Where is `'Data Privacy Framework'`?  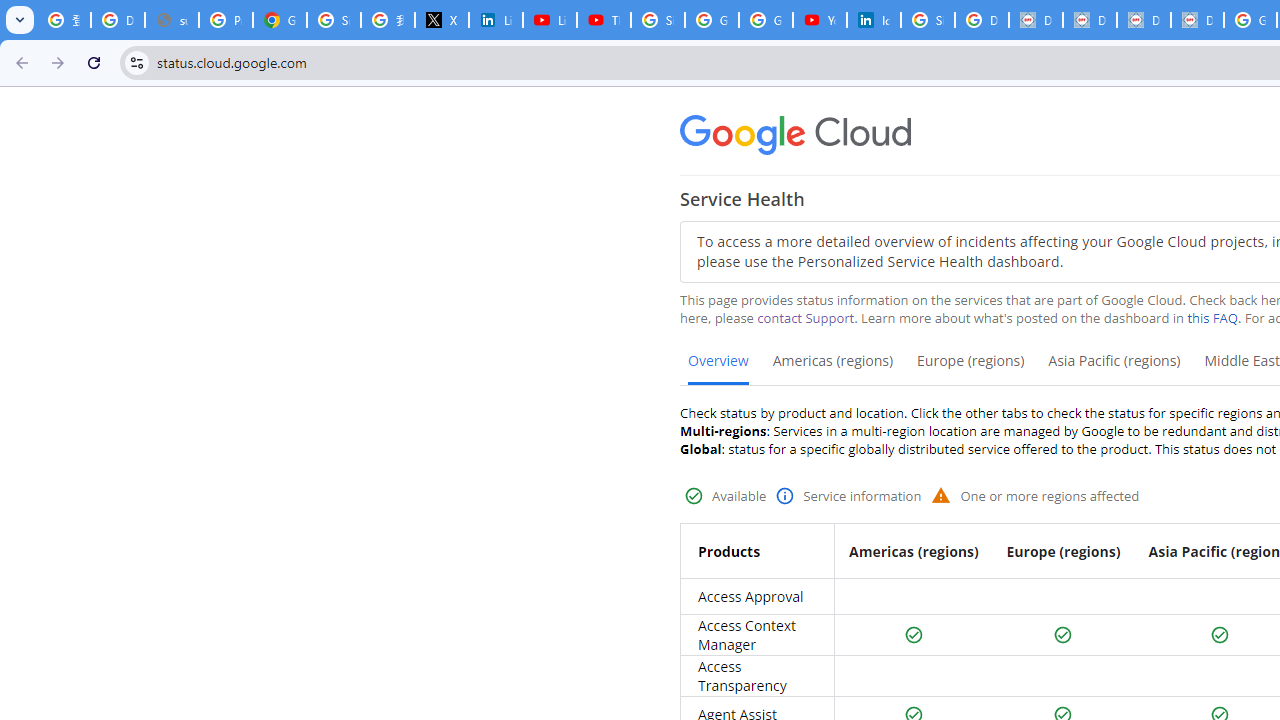
'Data Privacy Framework' is located at coordinates (1036, 20).